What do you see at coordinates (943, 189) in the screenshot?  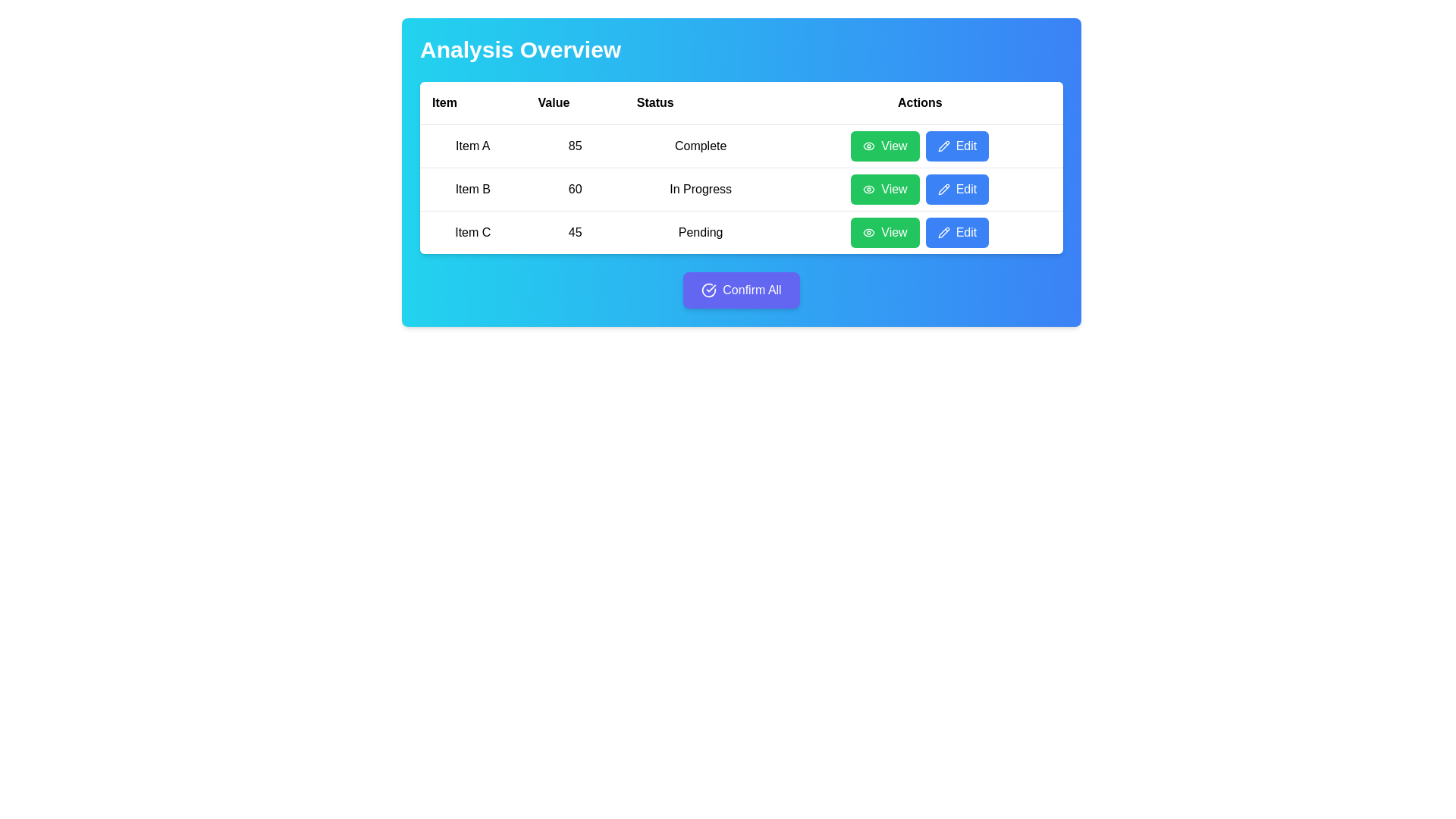 I see `the pencil icon in the 'Edit' button of the 'Actions' column for 'Item B' in the 'Analysis Overview' table to initiate the edit functionality` at bounding box center [943, 189].